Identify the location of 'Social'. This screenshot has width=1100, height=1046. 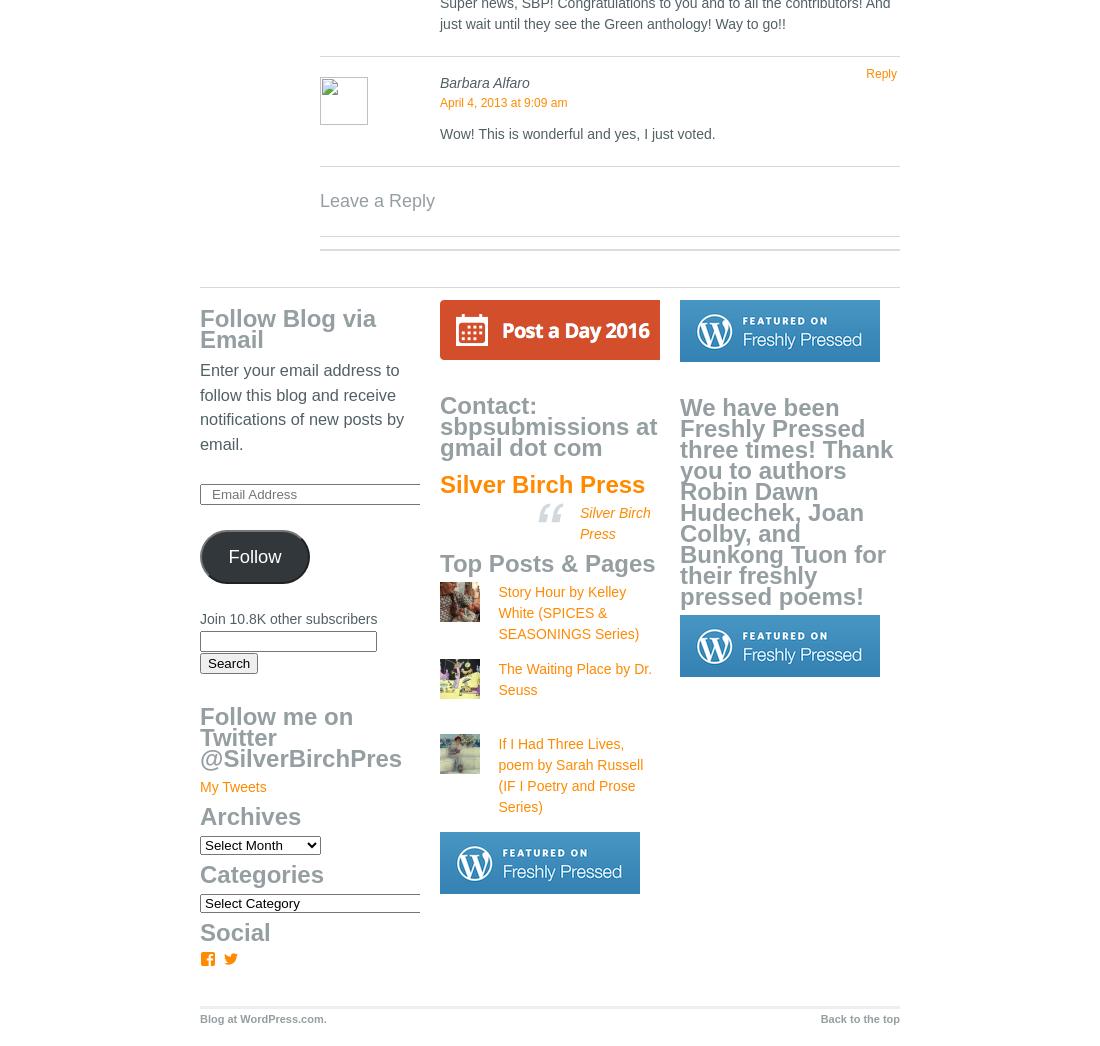
(234, 932).